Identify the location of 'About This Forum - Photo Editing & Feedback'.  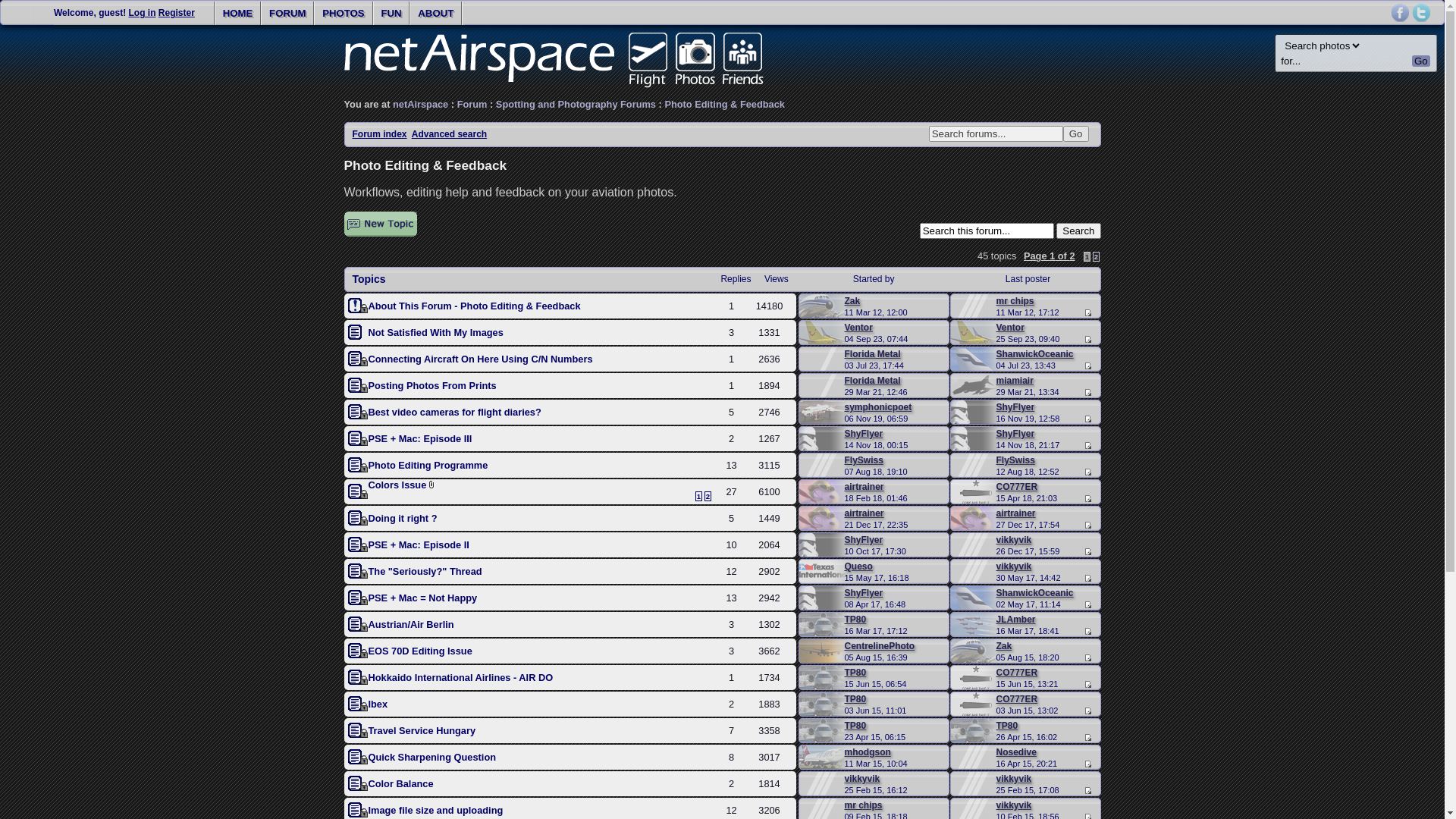
(368, 306).